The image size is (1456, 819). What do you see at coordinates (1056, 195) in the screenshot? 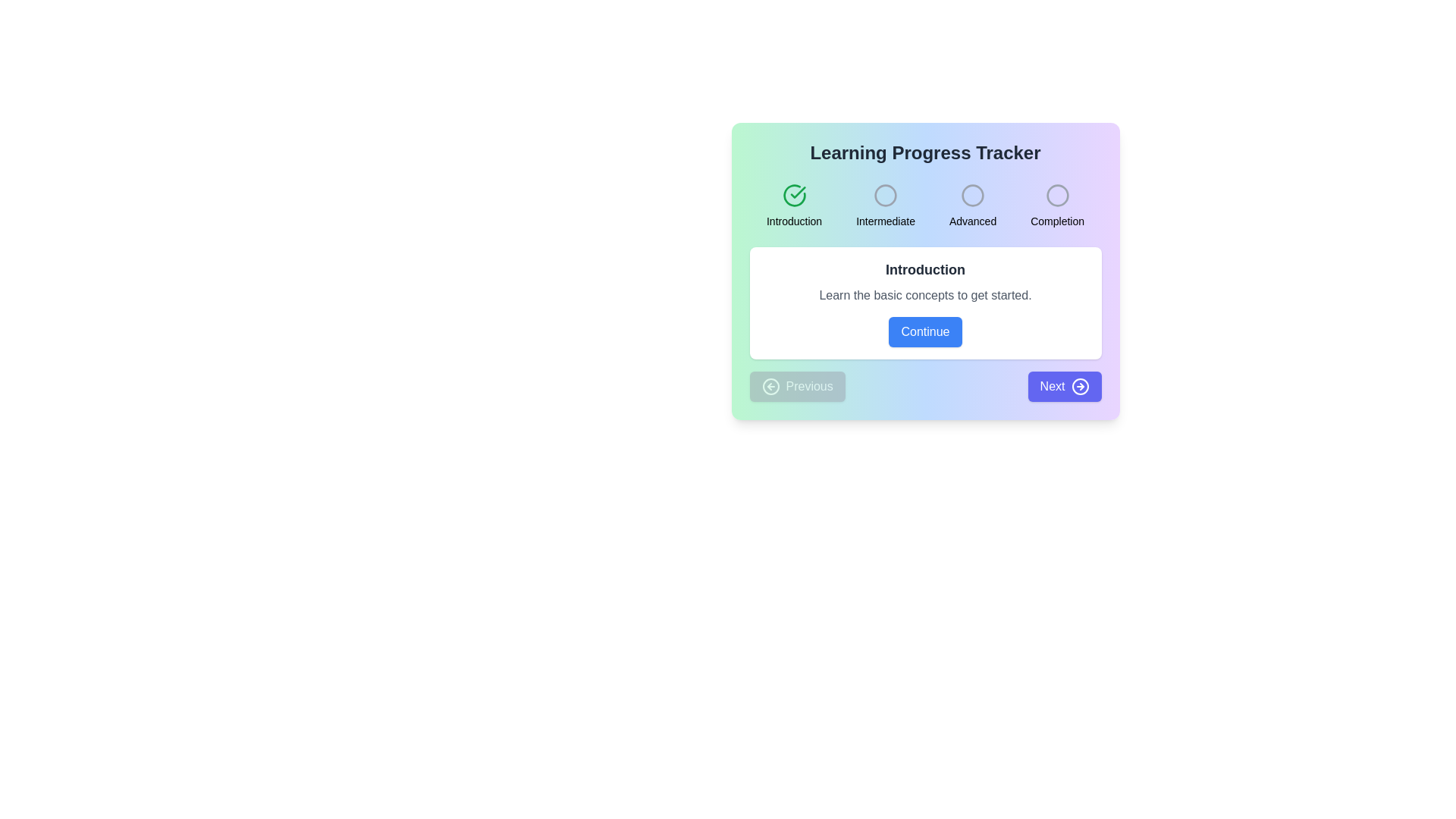
I see `the fourth icon in the progress tracker, which indicates the completion stage and is aligned with the 'Completion' label below it` at bounding box center [1056, 195].